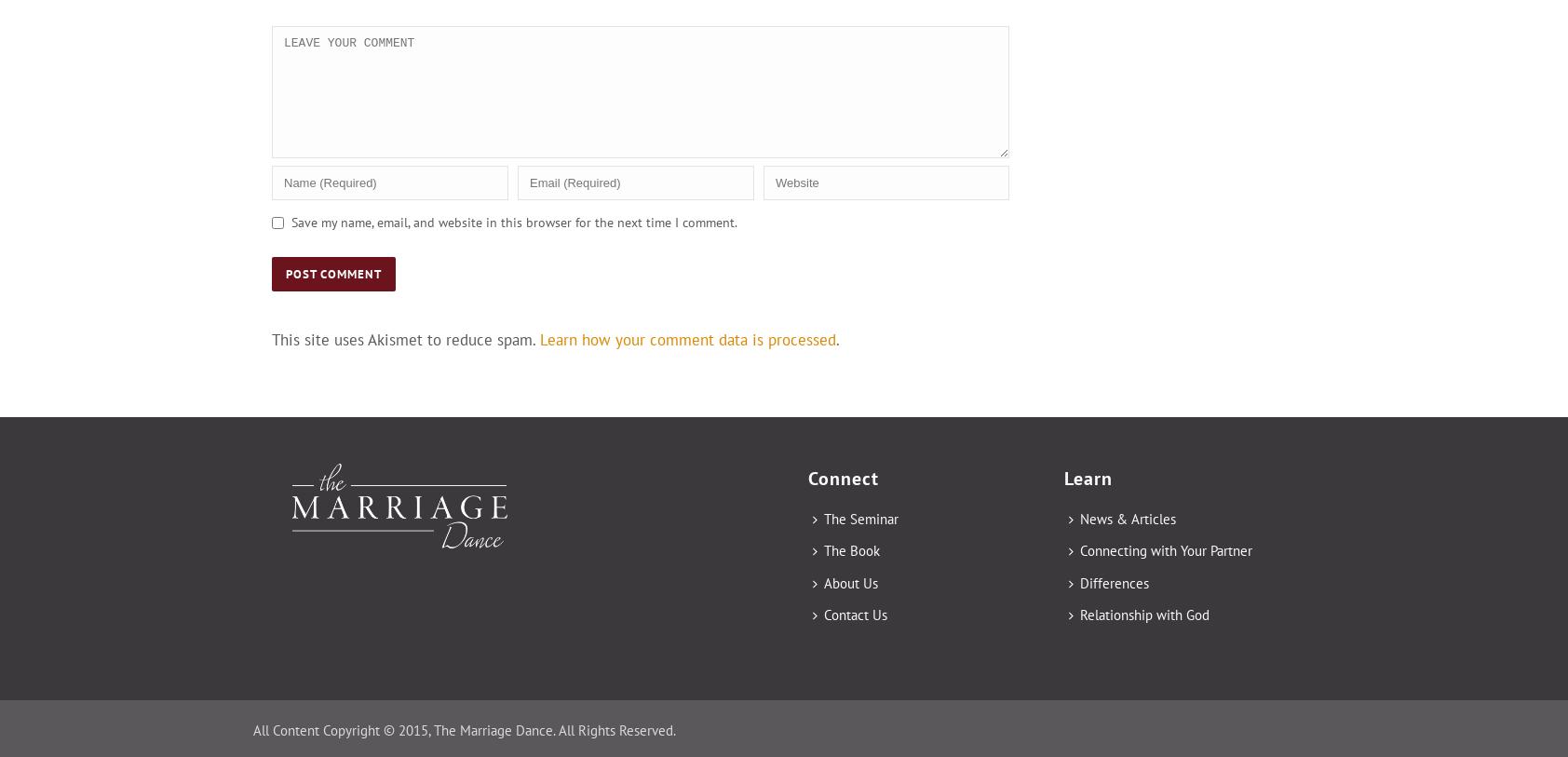 This screenshot has width=1568, height=757. Describe the element at coordinates (822, 550) in the screenshot. I see `'The Book'` at that location.